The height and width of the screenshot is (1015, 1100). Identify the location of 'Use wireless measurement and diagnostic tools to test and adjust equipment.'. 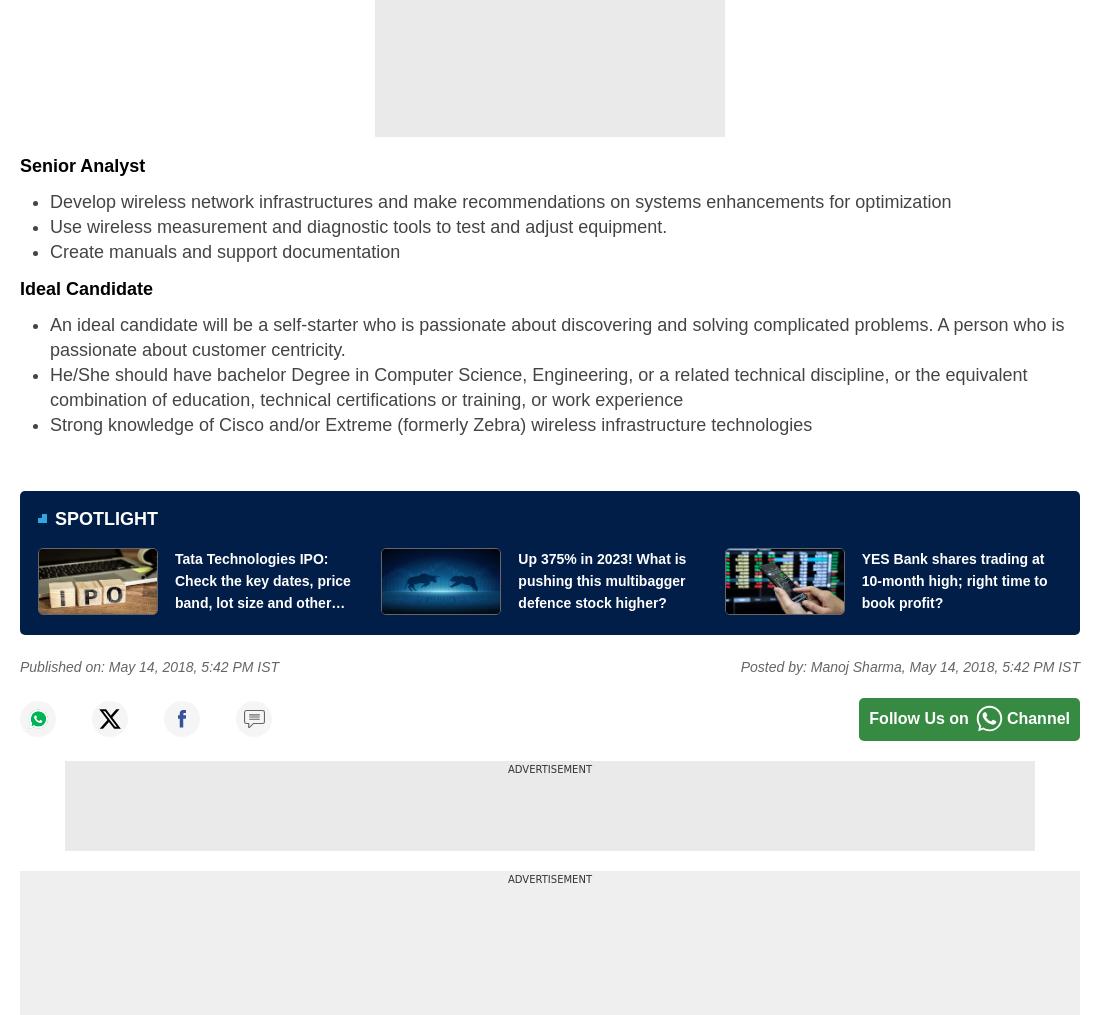
(358, 226).